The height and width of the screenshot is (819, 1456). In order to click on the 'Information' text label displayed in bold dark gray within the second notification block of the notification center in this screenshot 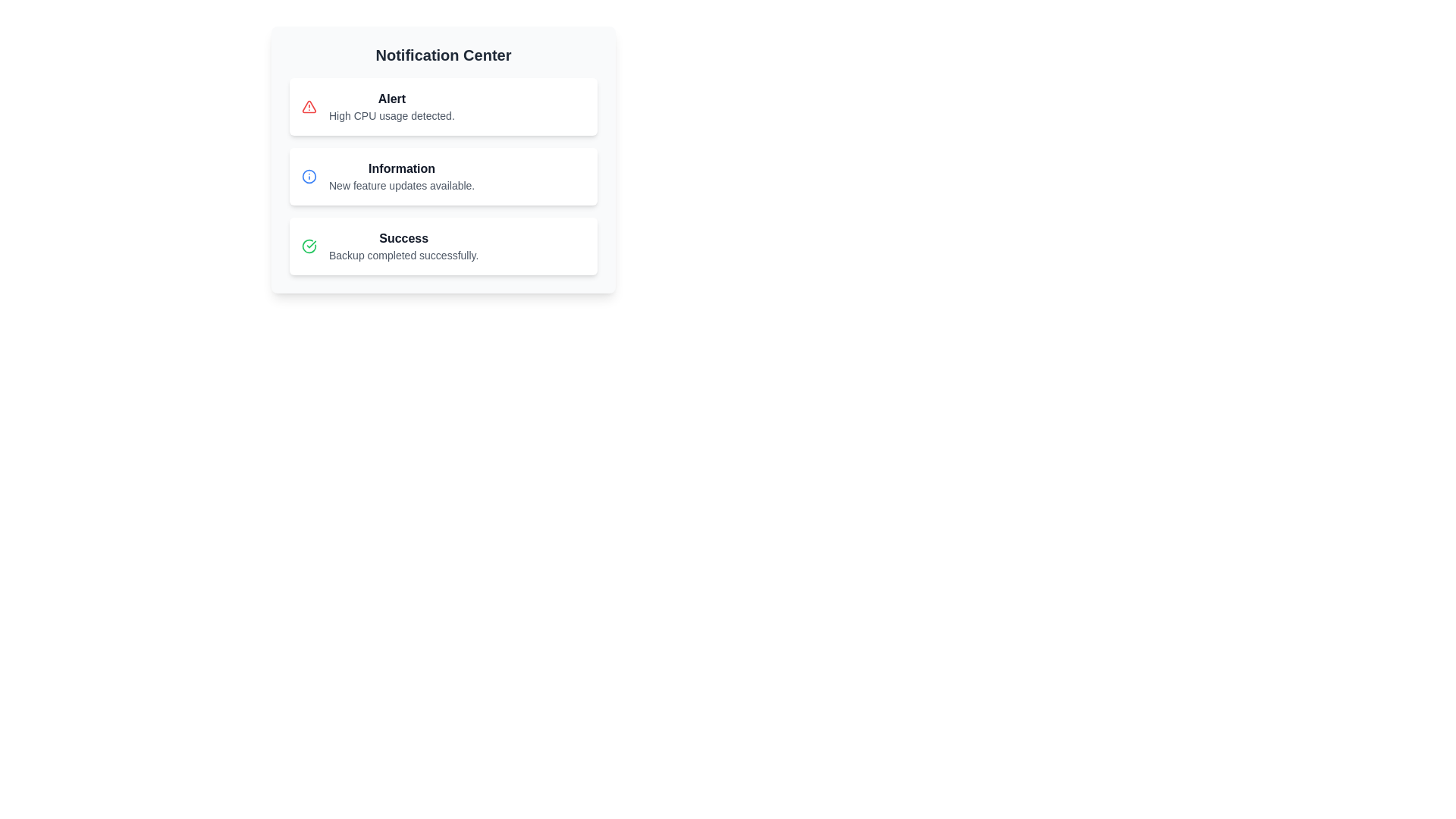, I will do `click(402, 169)`.